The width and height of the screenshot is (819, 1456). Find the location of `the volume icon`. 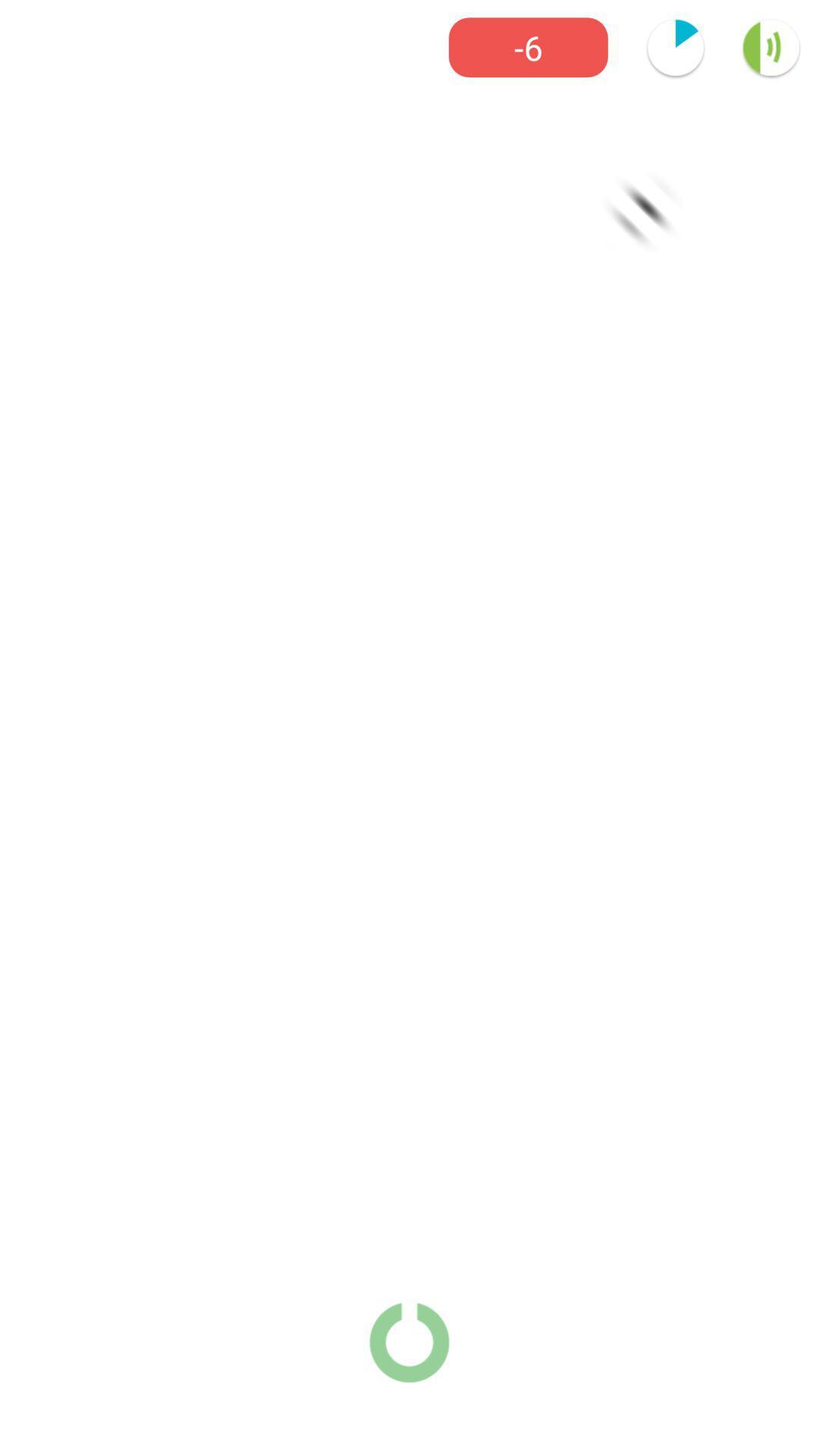

the volume icon is located at coordinates (771, 47).